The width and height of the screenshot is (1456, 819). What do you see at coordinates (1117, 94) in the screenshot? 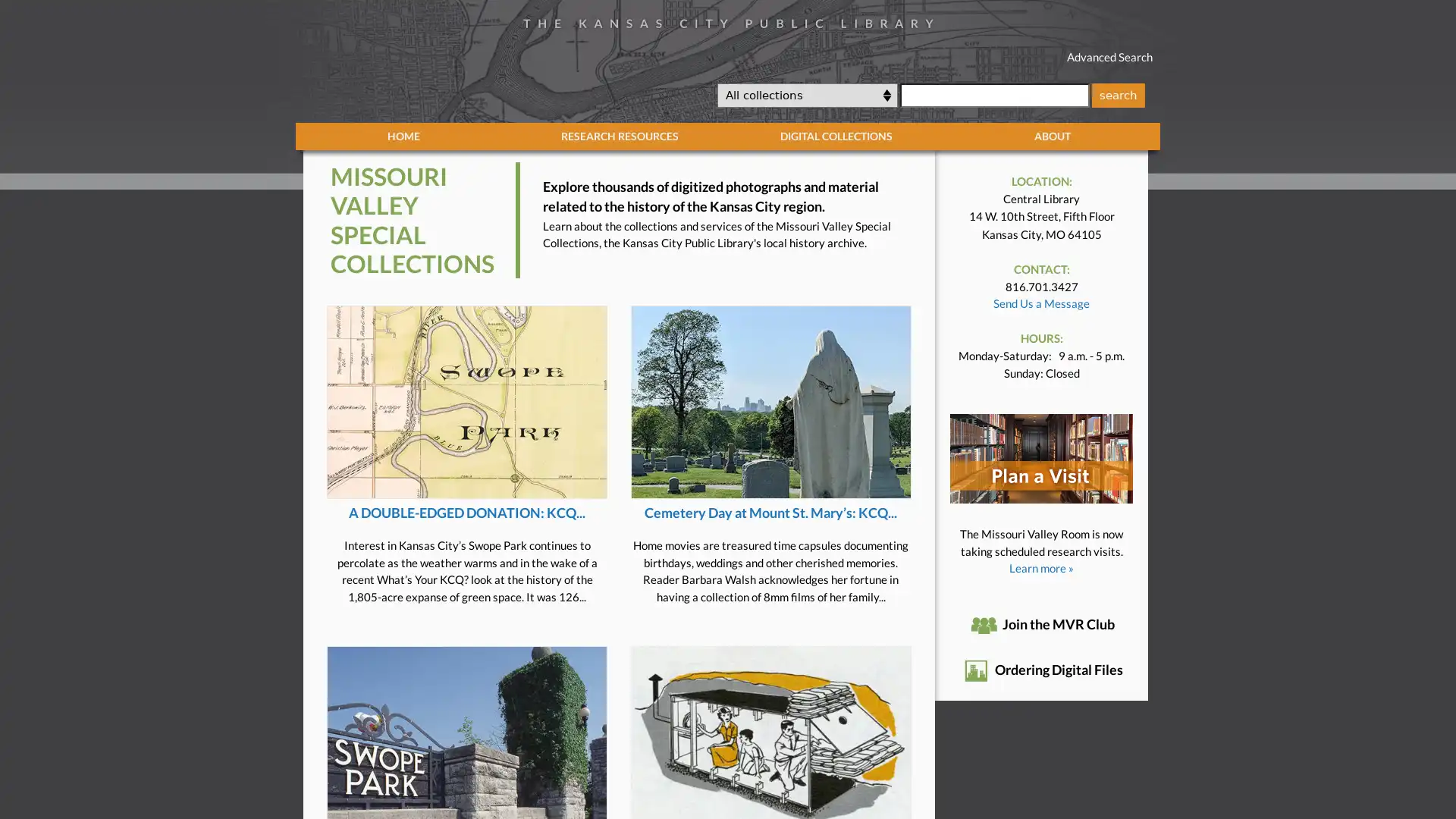
I see `search` at bounding box center [1117, 94].